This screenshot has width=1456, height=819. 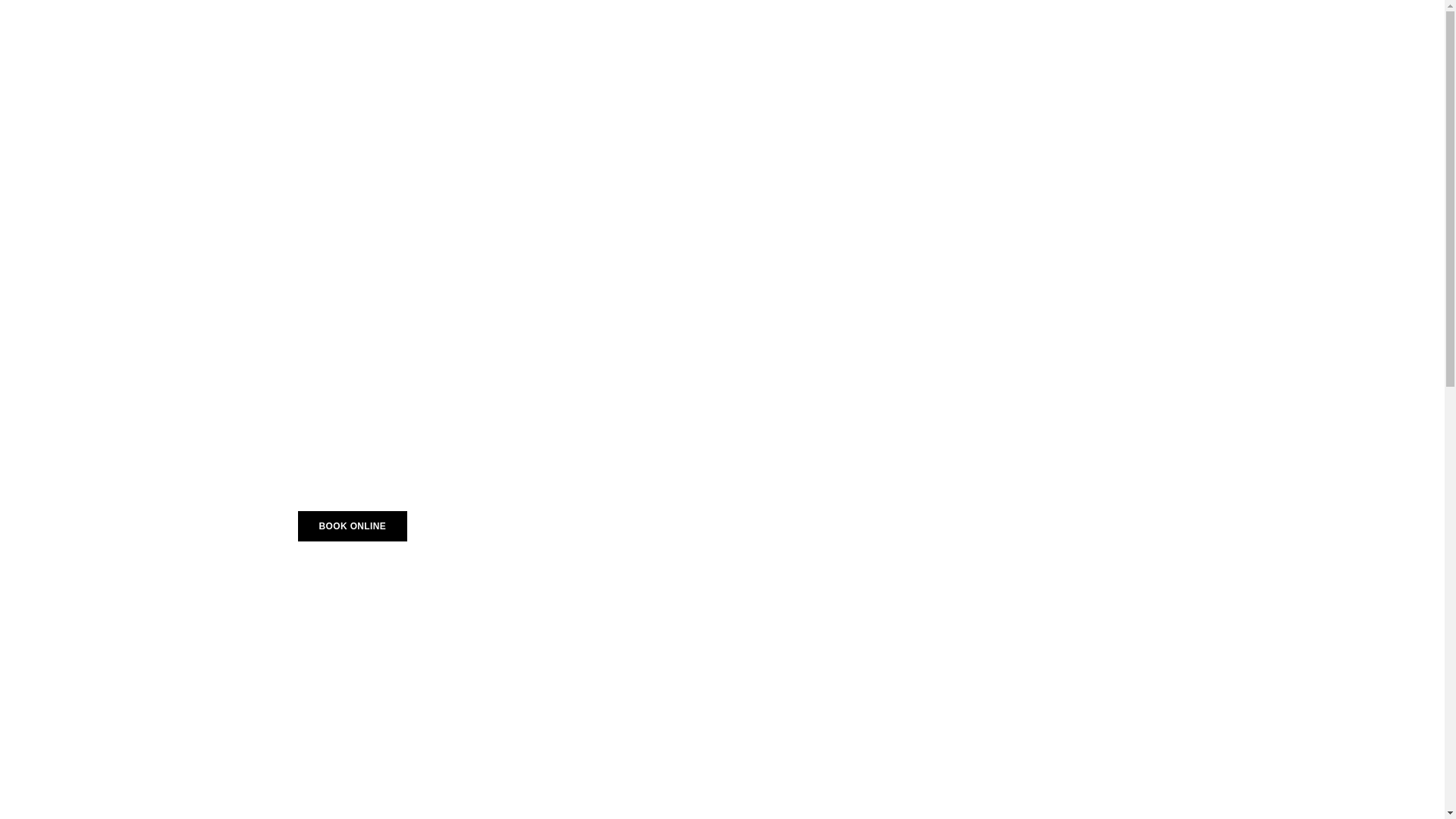 I want to click on 'BOOK ONLINE', so click(x=351, y=526).